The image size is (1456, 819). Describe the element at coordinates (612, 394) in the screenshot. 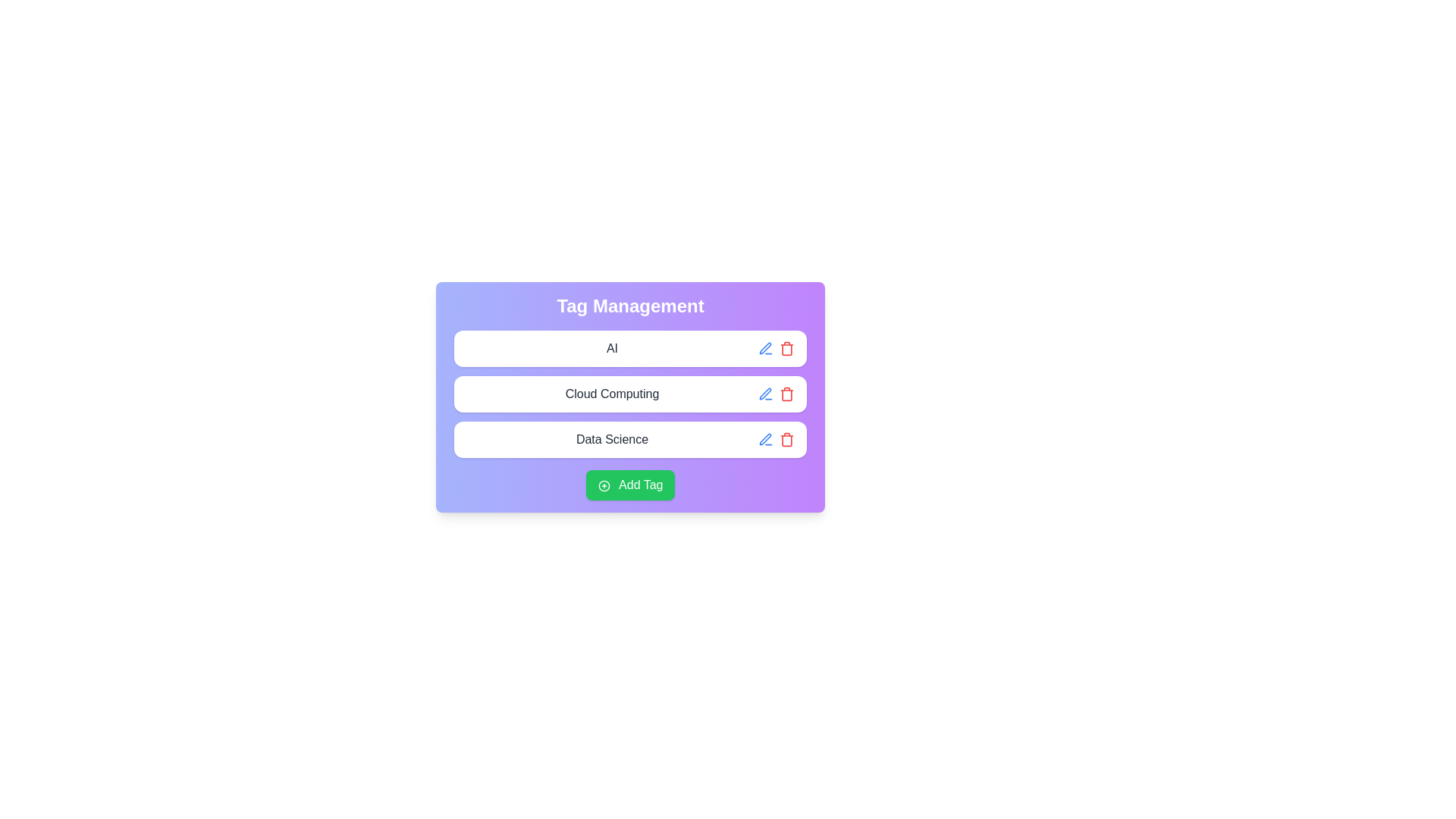

I see `textual label that displays 'Cloud Computing', which is styled in dark gray text on a white background, located in the center of the 'Tag Management' interface, situated between 'AI' and 'Data Science'` at that location.